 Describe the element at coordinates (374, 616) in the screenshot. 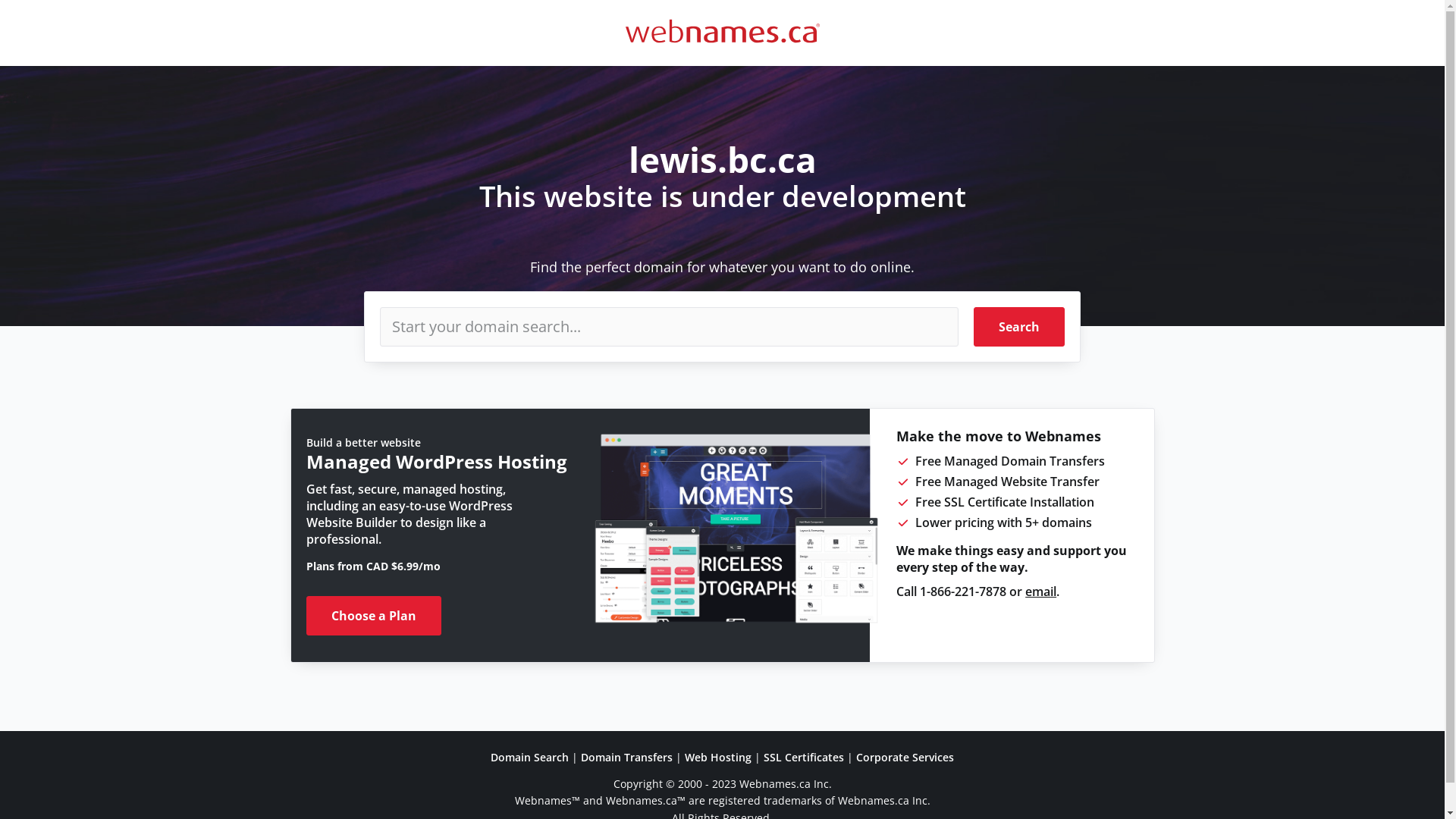

I see `'Choose a Plan'` at that location.